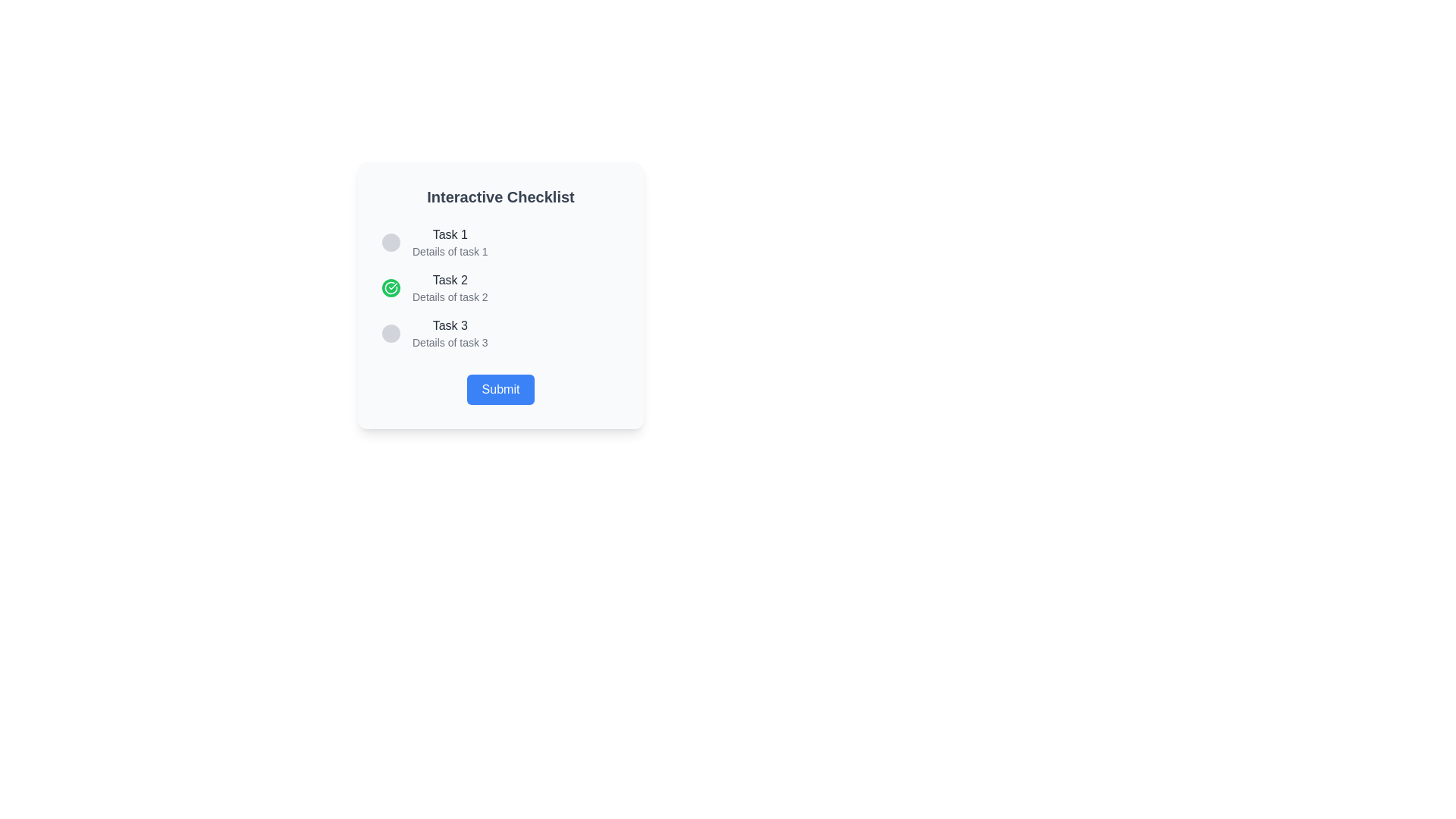 The width and height of the screenshot is (1456, 819). Describe the element at coordinates (449, 332) in the screenshot. I see `the text label that reads 'Task 3', which is the third item in a checklist-style interface, positioned below 'Task 2' and above the 'Submit' button` at that location.